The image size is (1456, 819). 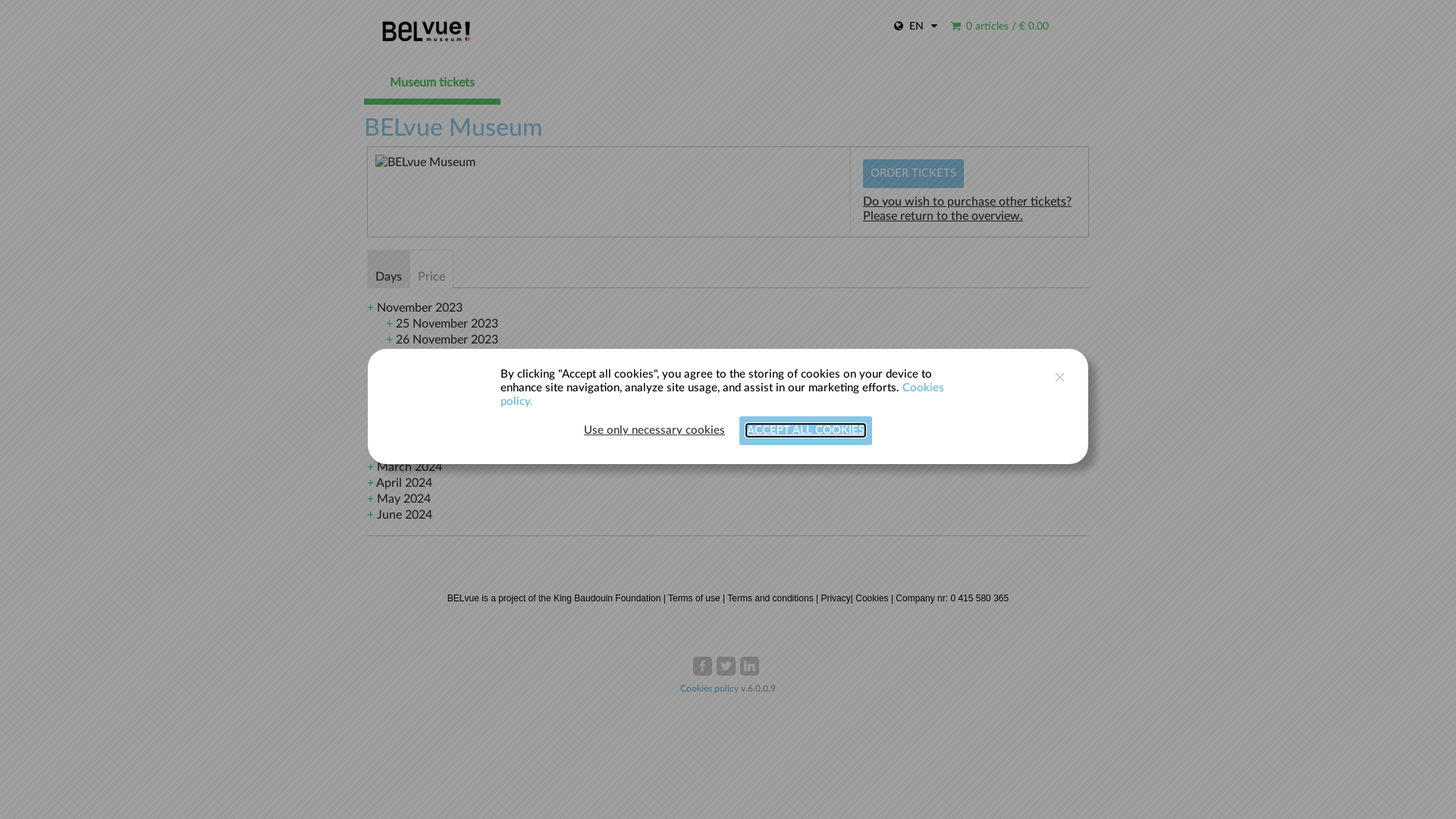 I want to click on '+', so click(x=370, y=466).